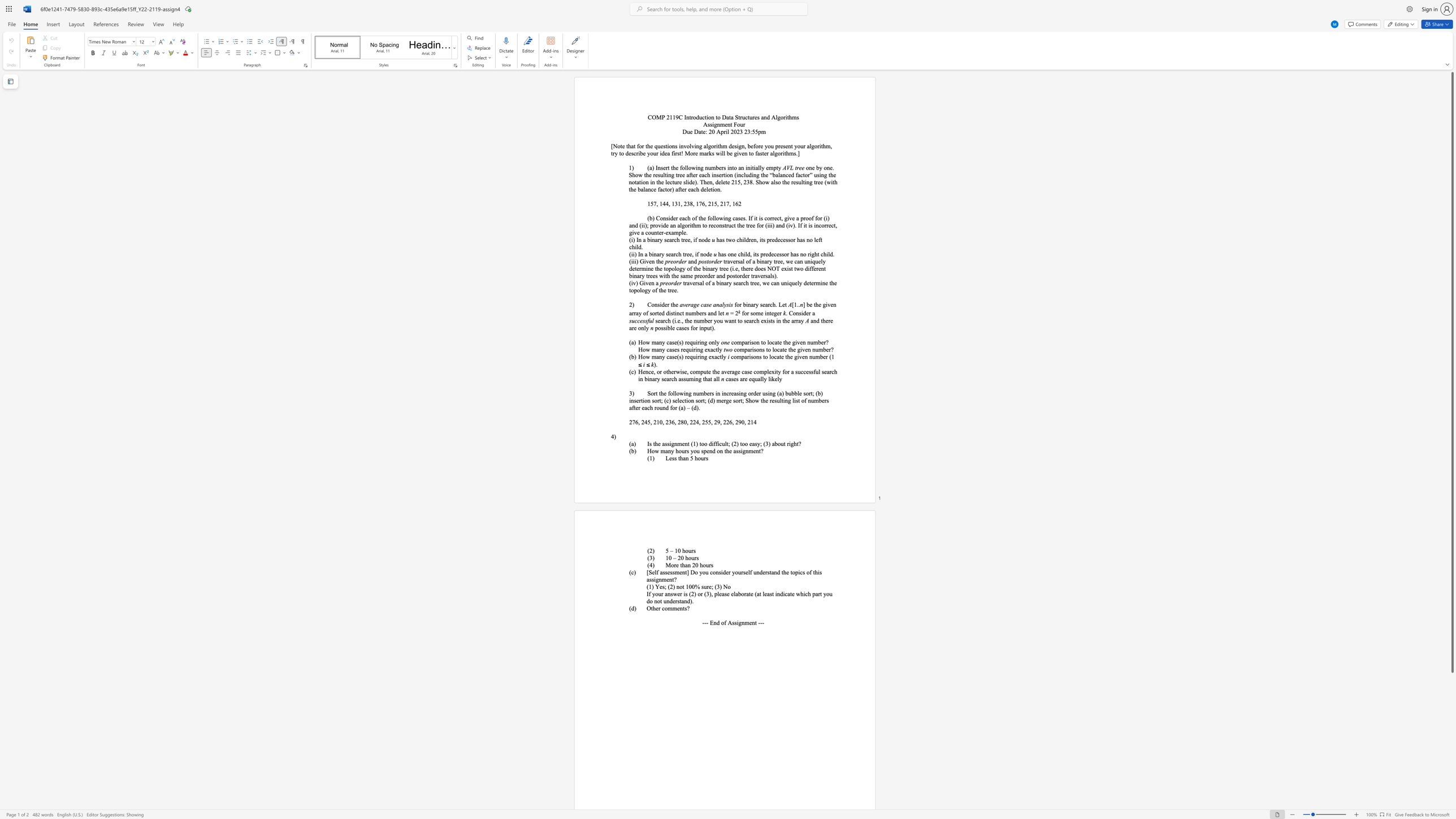 The image size is (1456, 819). What do you see at coordinates (813, 261) in the screenshot?
I see `the 1th character "q" in the text` at bounding box center [813, 261].